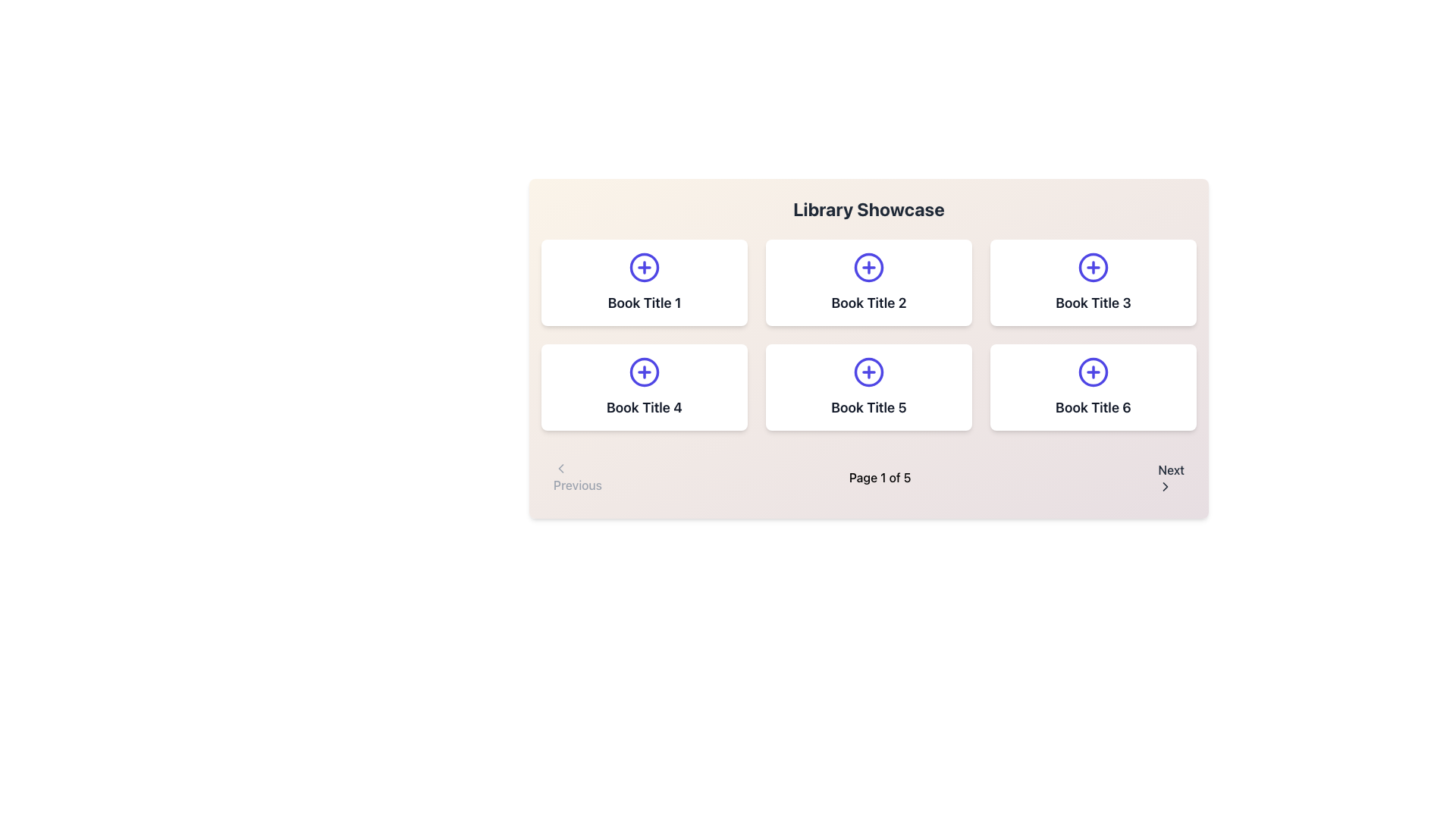 This screenshot has height=819, width=1456. What do you see at coordinates (1165, 486) in the screenshot?
I see `the right chevron icon located at the bottom right corner of the interface` at bounding box center [1165, 486].